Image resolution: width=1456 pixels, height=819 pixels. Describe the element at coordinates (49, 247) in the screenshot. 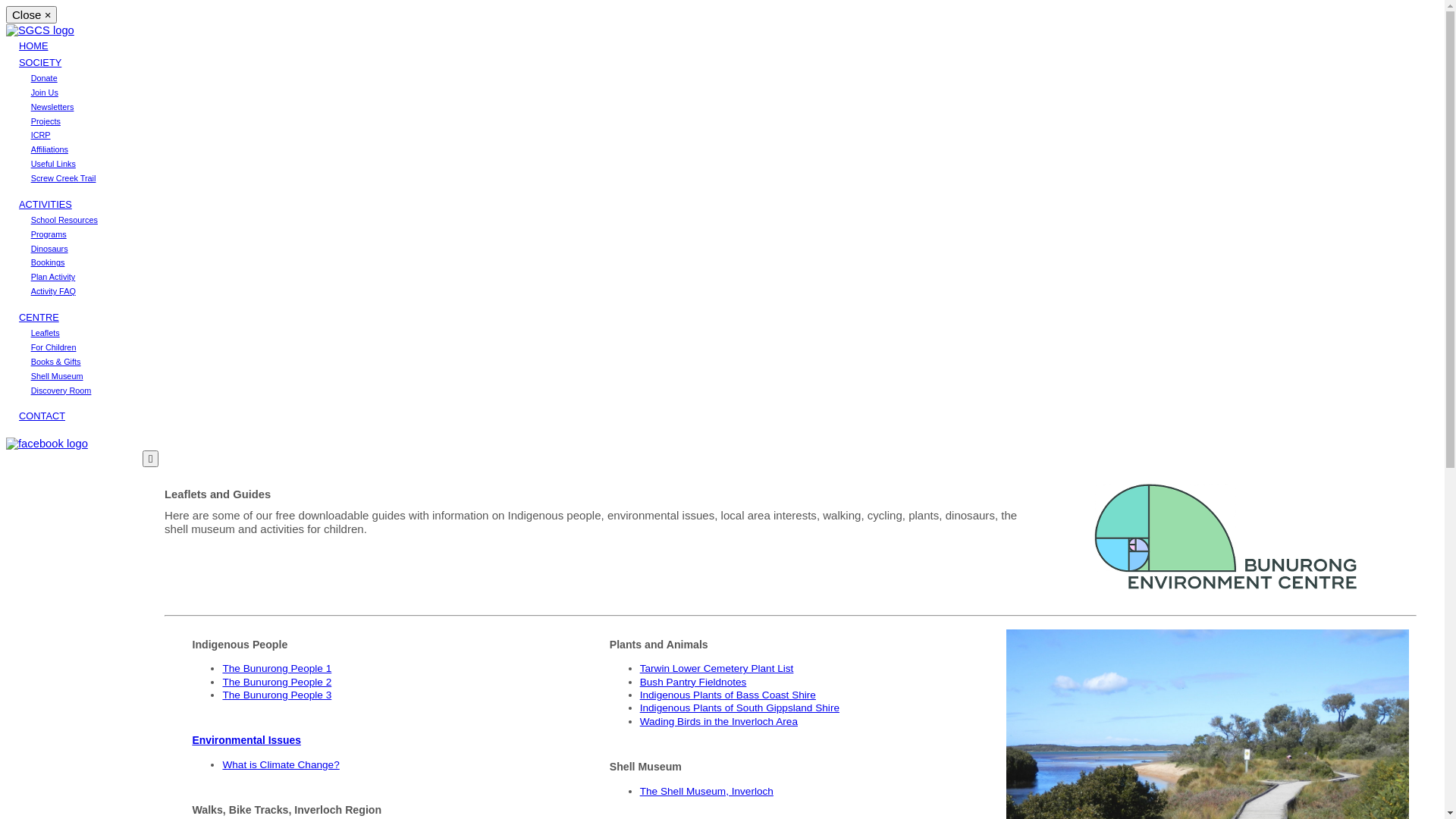

I see `'Dinosaurs'` at that location.